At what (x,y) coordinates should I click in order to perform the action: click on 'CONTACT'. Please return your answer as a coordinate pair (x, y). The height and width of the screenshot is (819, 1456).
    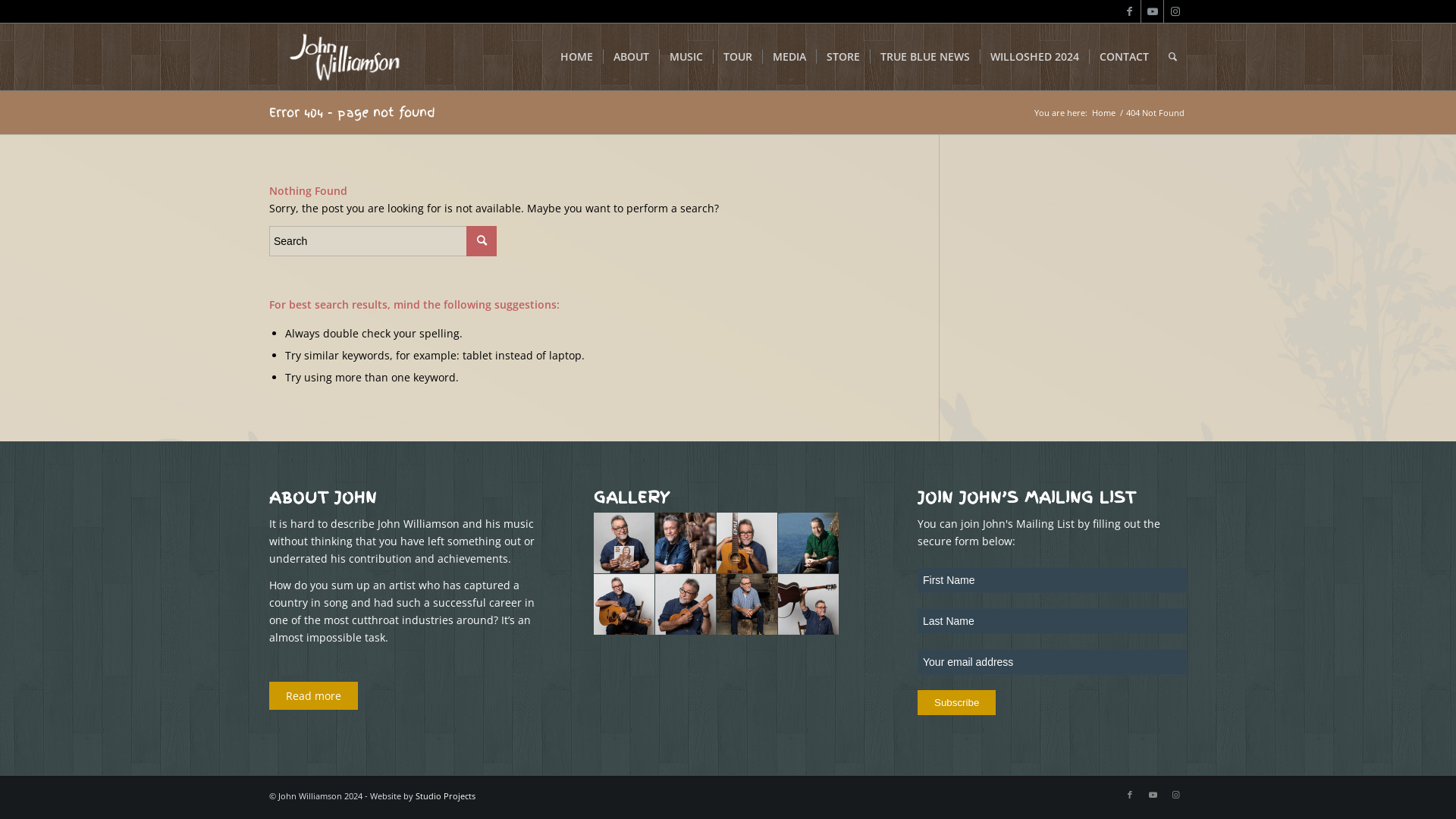
    Looking at the image, I should click on (1124, 55).